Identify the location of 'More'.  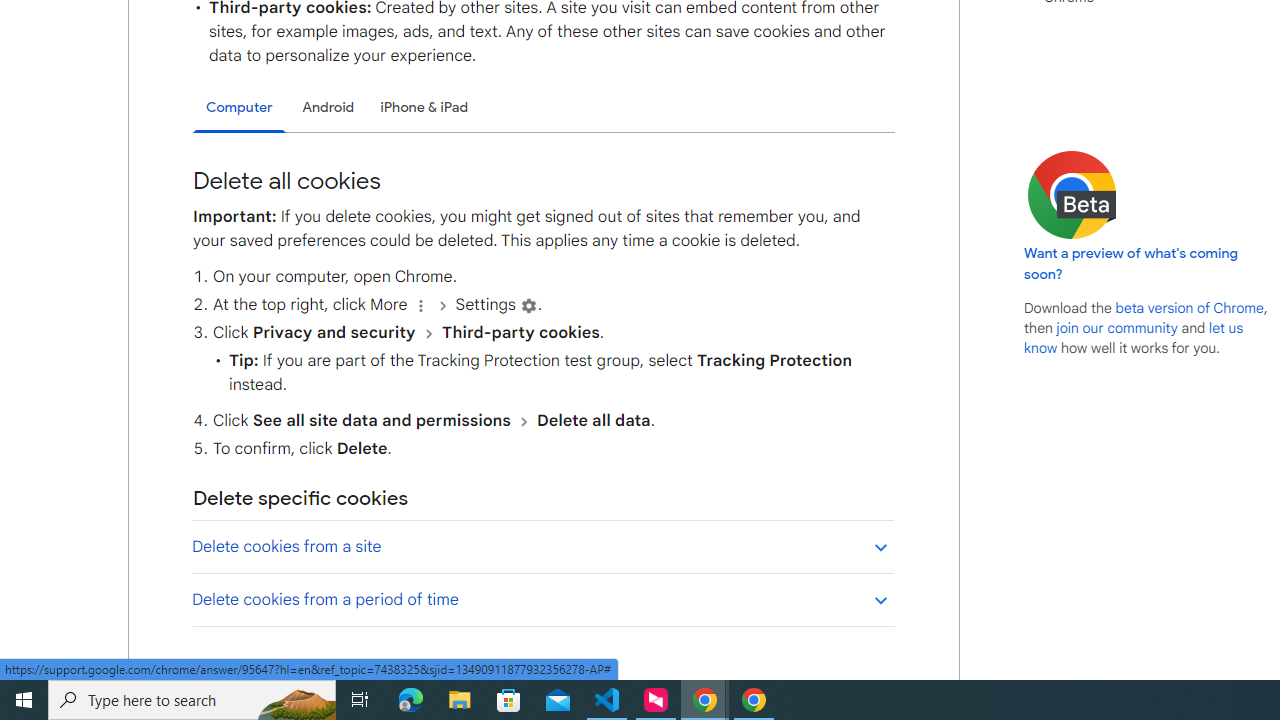
(419, 305).